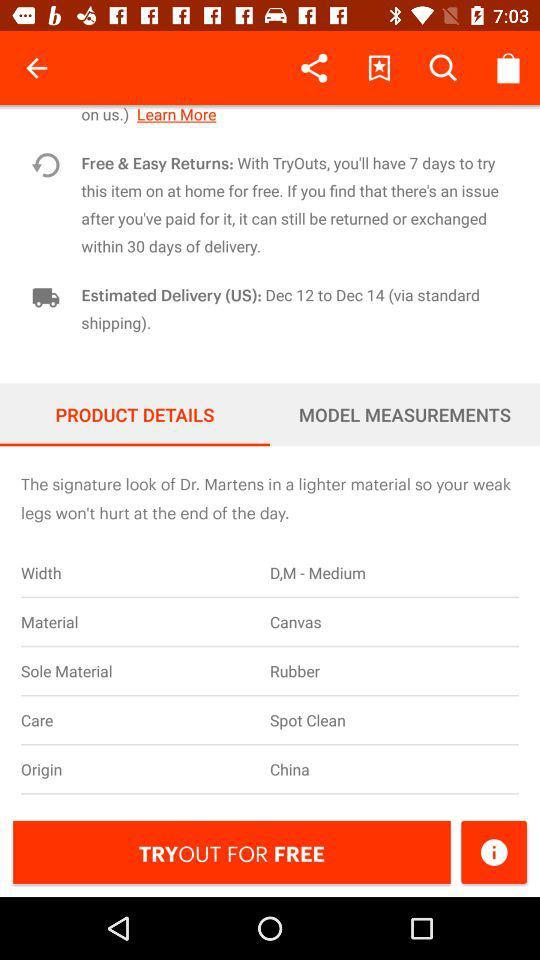 This screenshot has height=960, width=540. I want to click on the item above the free easy returns icon, so click(293, 114).